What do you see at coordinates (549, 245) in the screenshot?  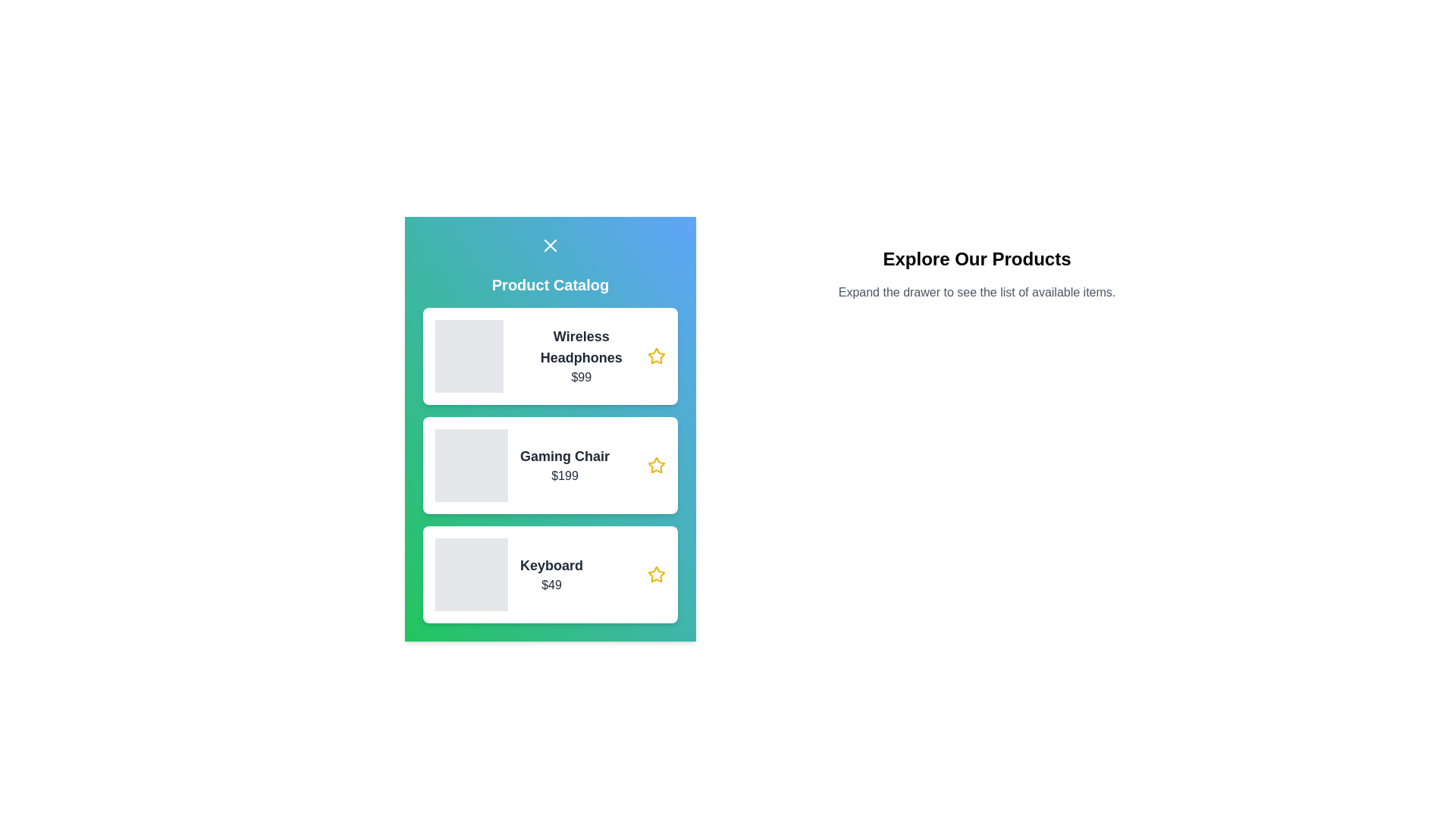 I see `toggle button at the top of the drawer to toggle its open or closed state` at bounding box center [549, 245].